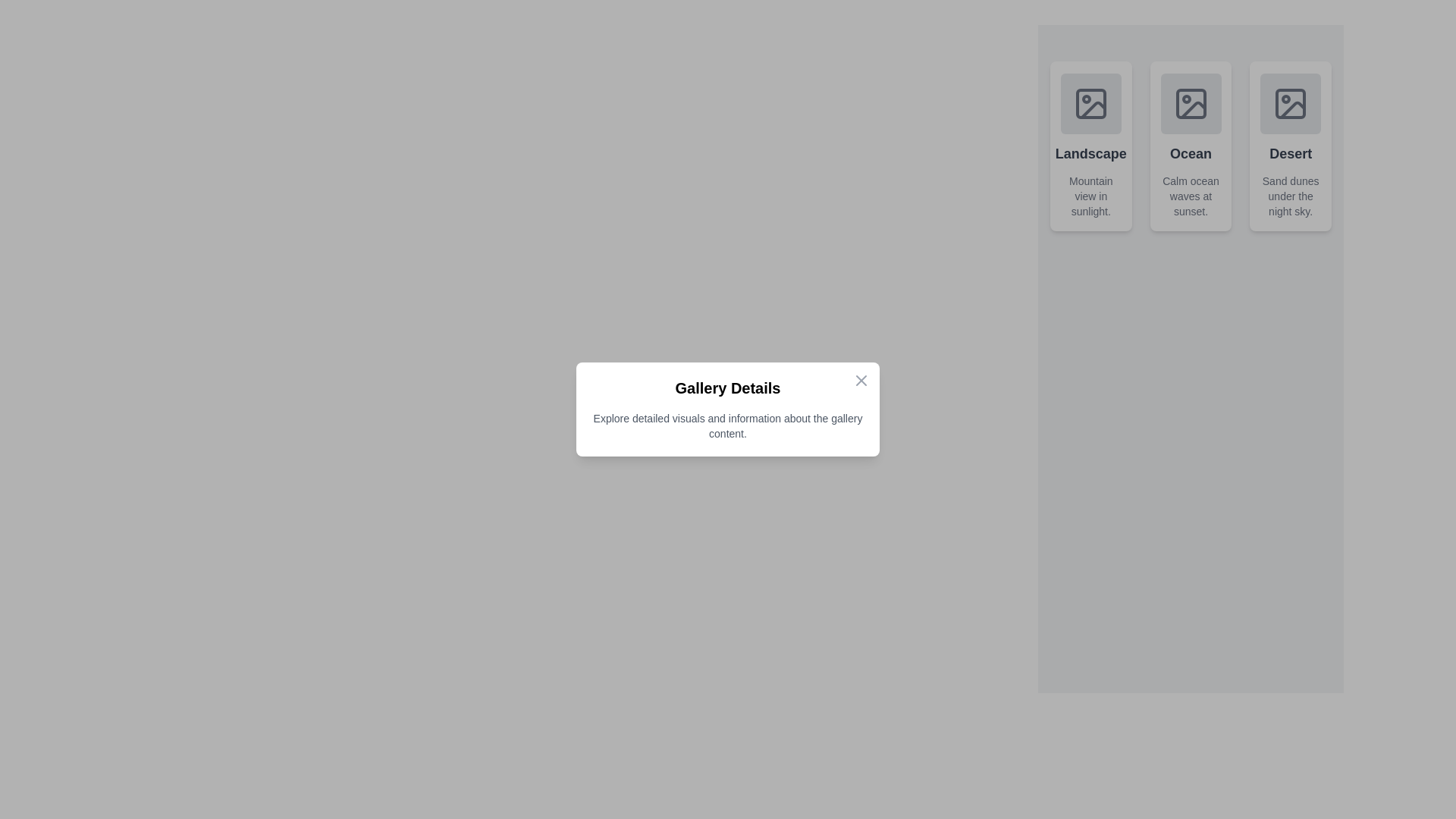  I want to click on the gray vector icon resembling an image placeholder with a small circle and mountain, located at the top-center of the 'Ocean' card, so click(1190, 103).